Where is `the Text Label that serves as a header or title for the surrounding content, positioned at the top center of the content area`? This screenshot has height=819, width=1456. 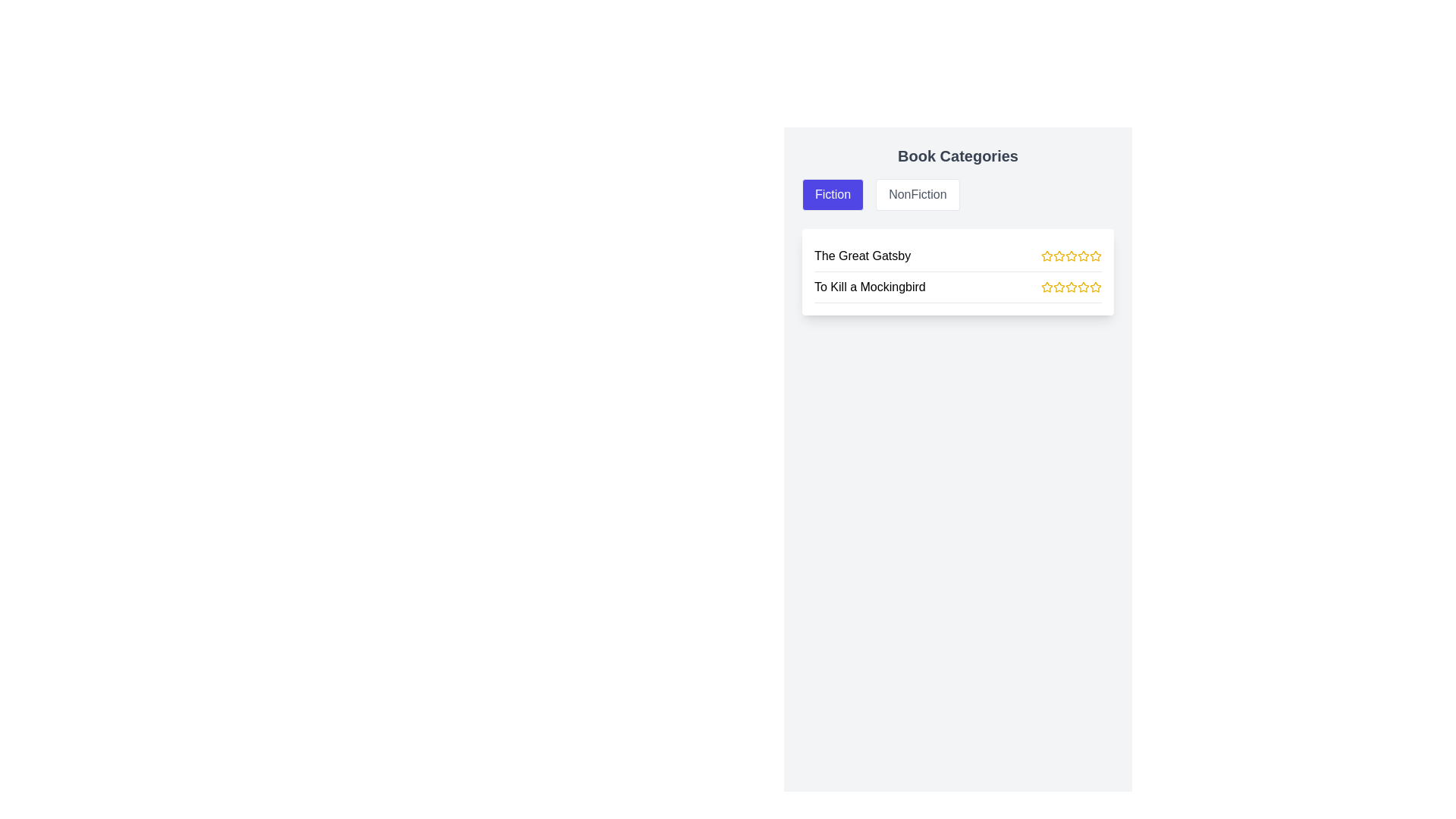 the Text Label that serves as a header or title for the surrounding content, positioned at the top center of the content area is located at coordinates (957, 155).